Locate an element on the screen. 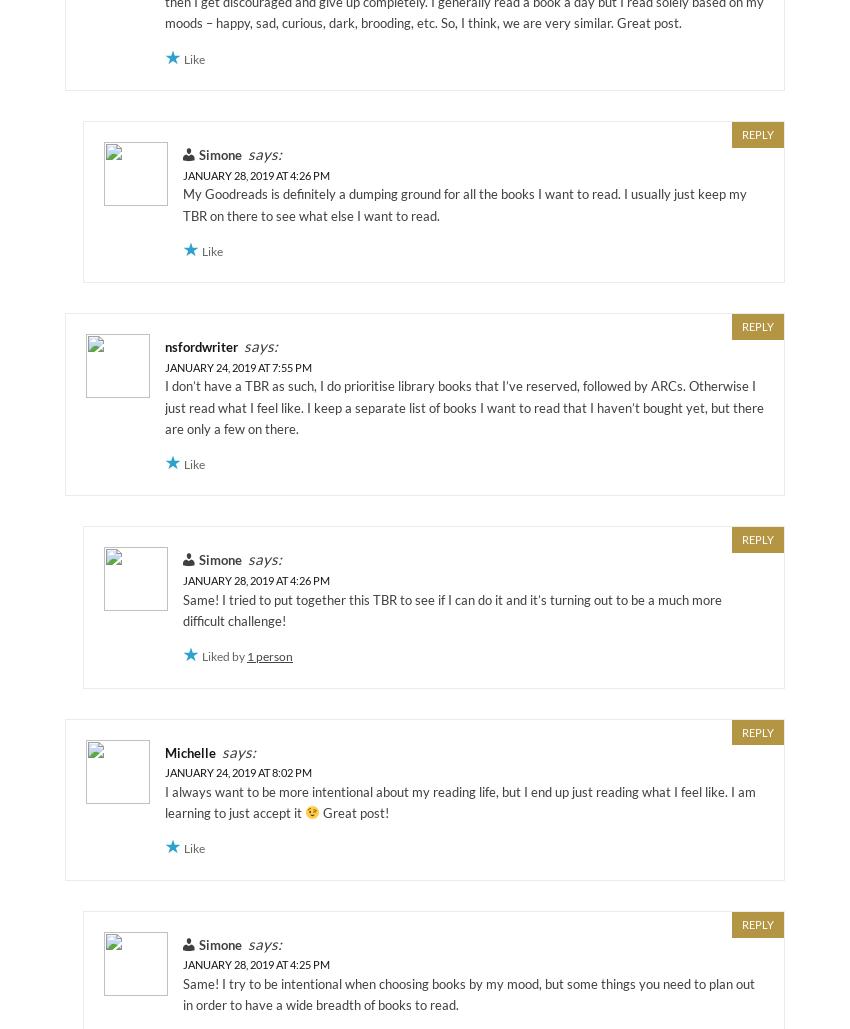 The height and width of the screenshot is (1029, 850). 'Same! I try to be intentional when choosing books by my mood, but some things you need to plan out in order to have a wide breadth of books to read.' is located at coordinates (469, 993).